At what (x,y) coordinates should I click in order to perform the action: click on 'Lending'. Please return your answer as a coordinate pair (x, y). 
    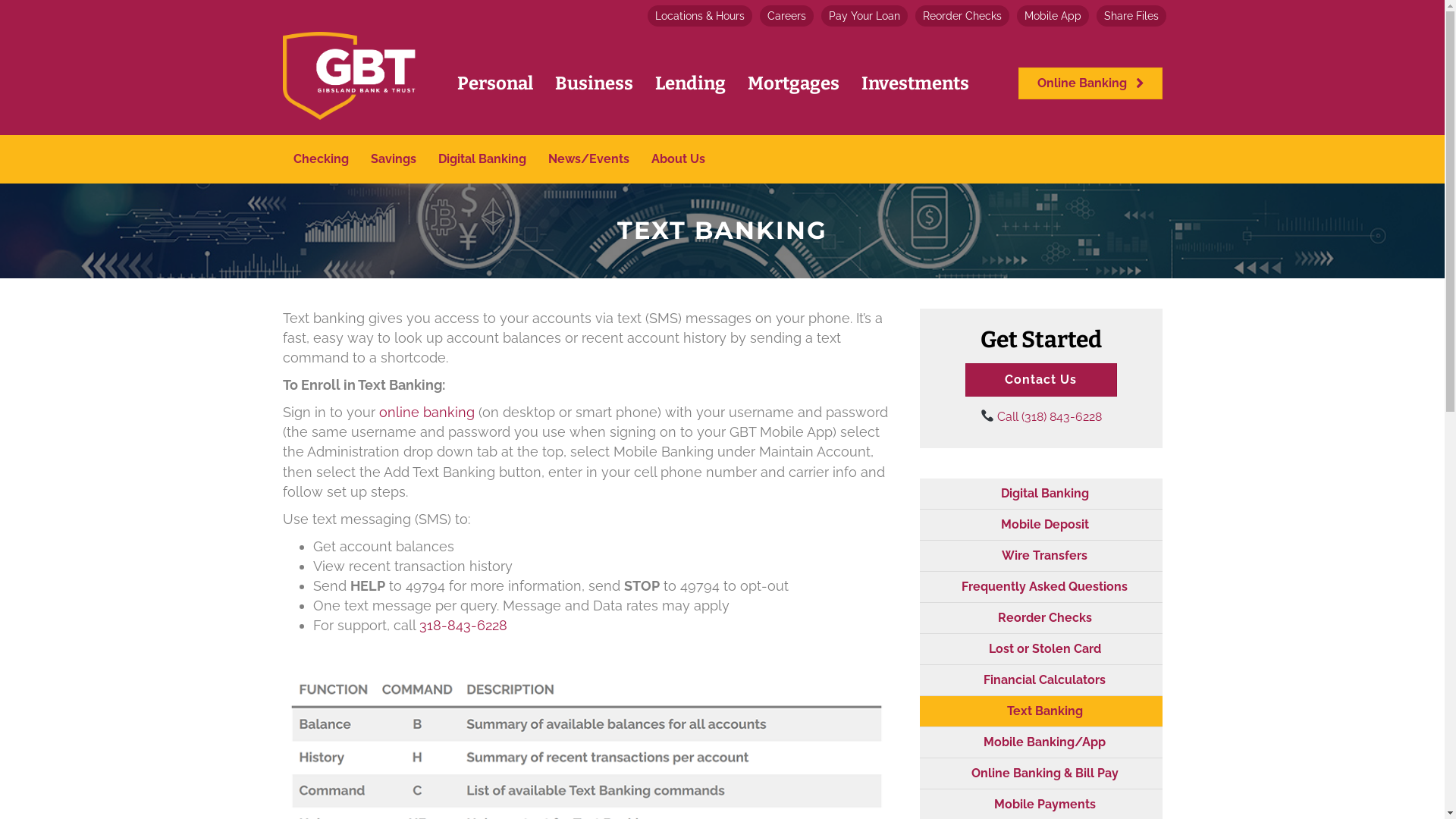
    Looking at the image, I should click on (689, 83).